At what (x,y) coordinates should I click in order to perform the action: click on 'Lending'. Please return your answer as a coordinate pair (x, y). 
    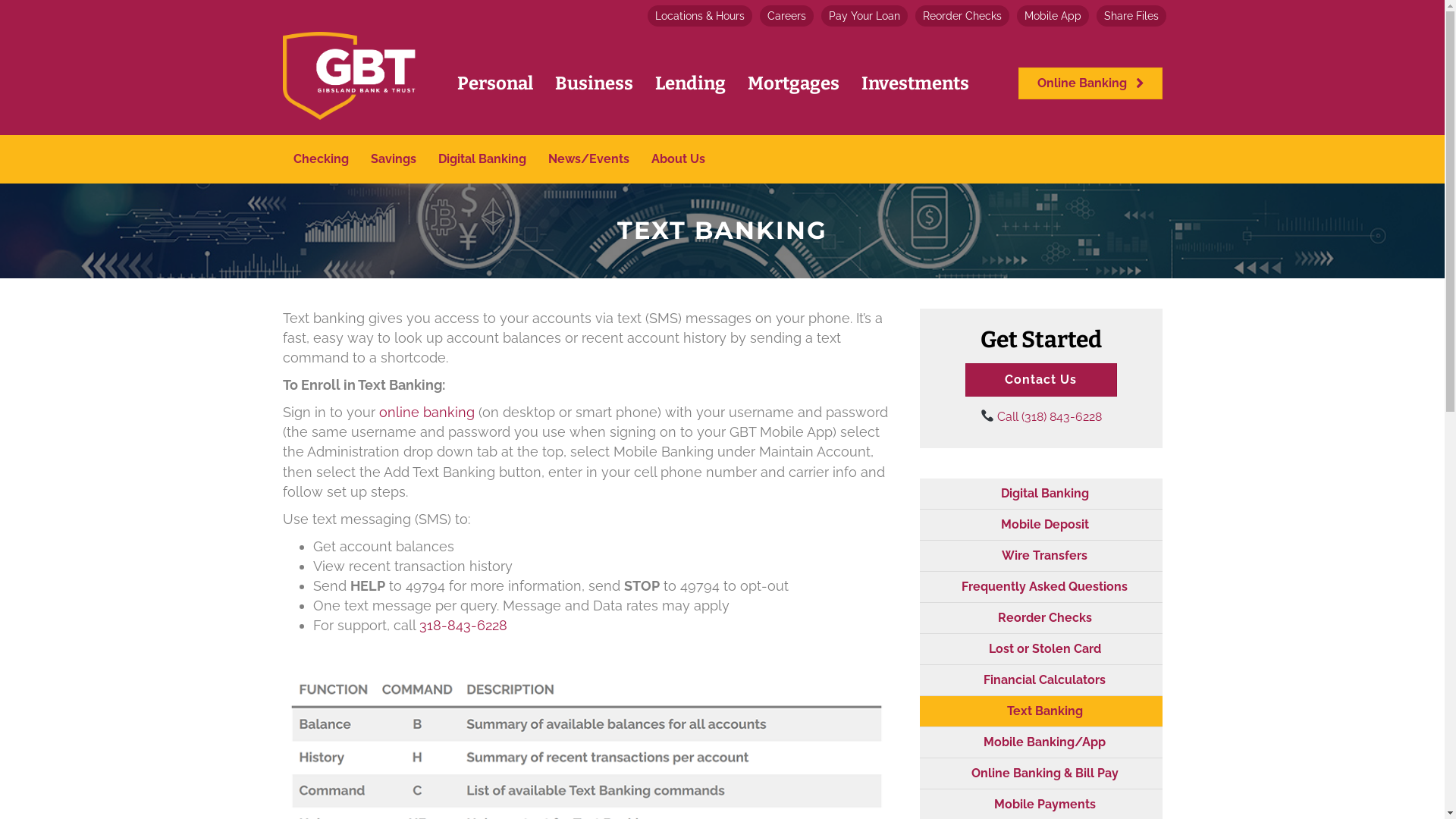
    Looking at the image, I should click on (689, 83).